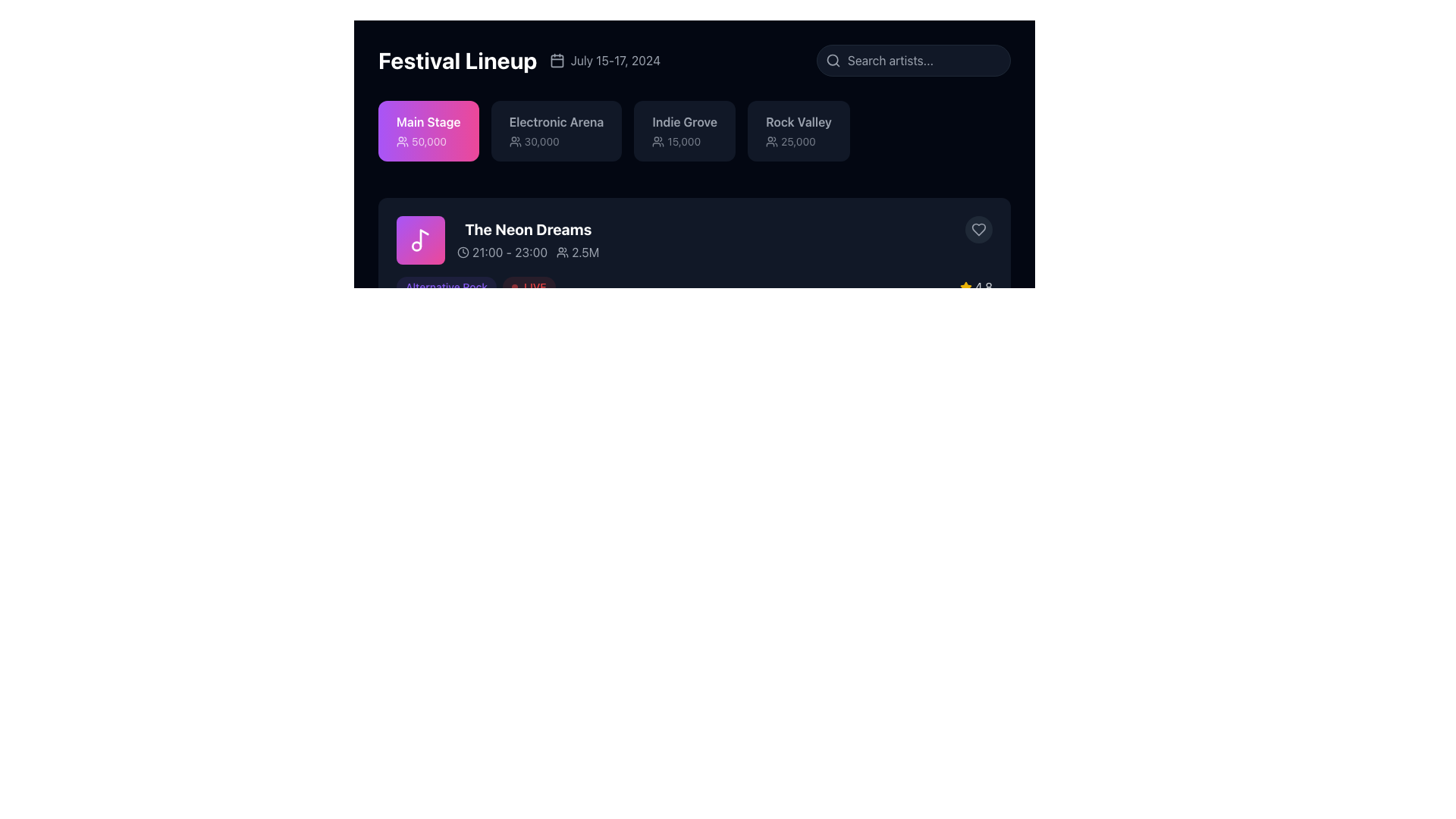  I want to click on the 'Indie Grove' informational label in the Festival Lineup section, which is the third box out of four, providing audience count information, so click(684, 130).